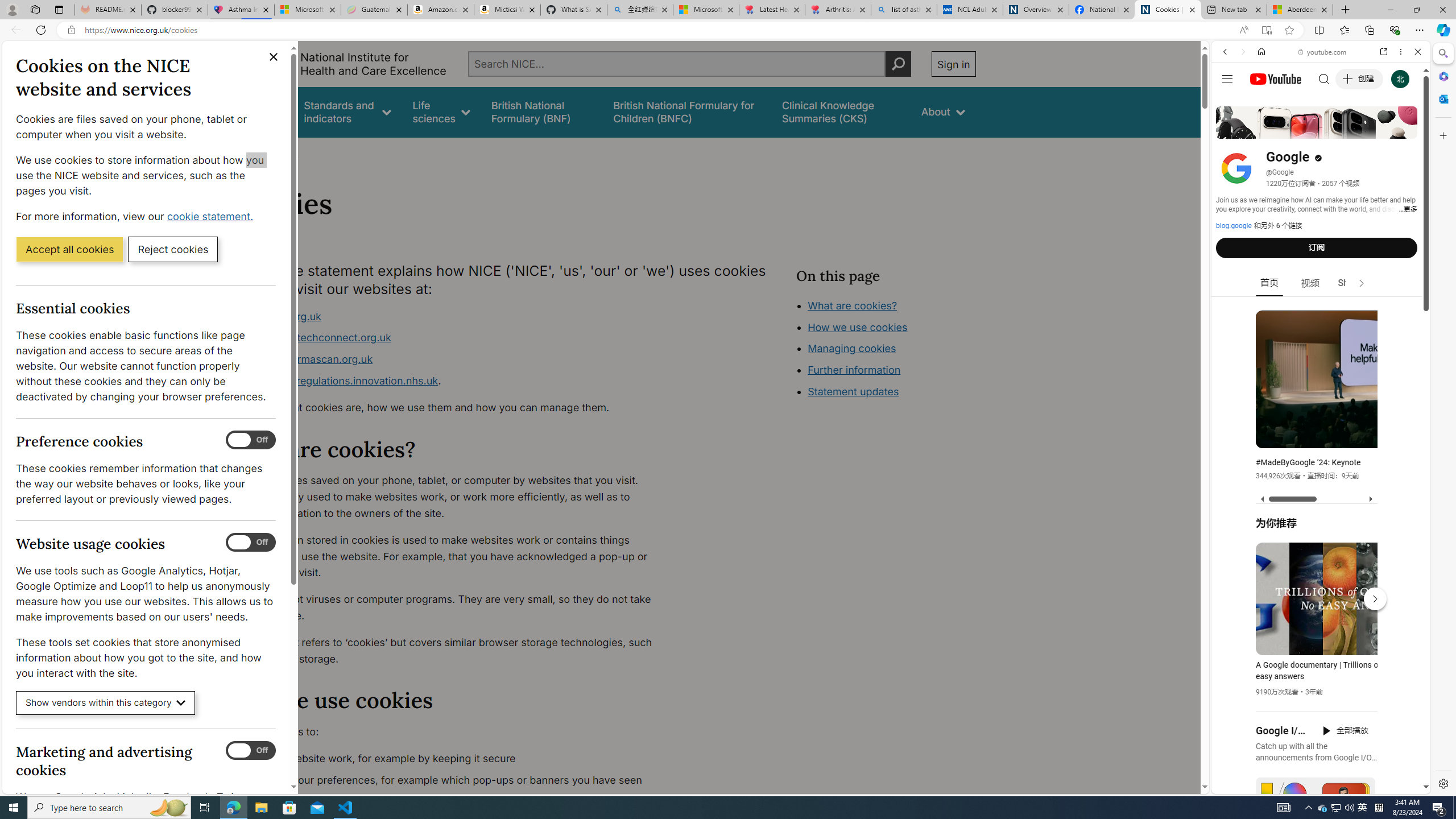 This screenshot has width=1456, height=819. Describe the element at coordinates (280, 316) in the screenshot. I see `'www.nice.org.uk'` at that location.